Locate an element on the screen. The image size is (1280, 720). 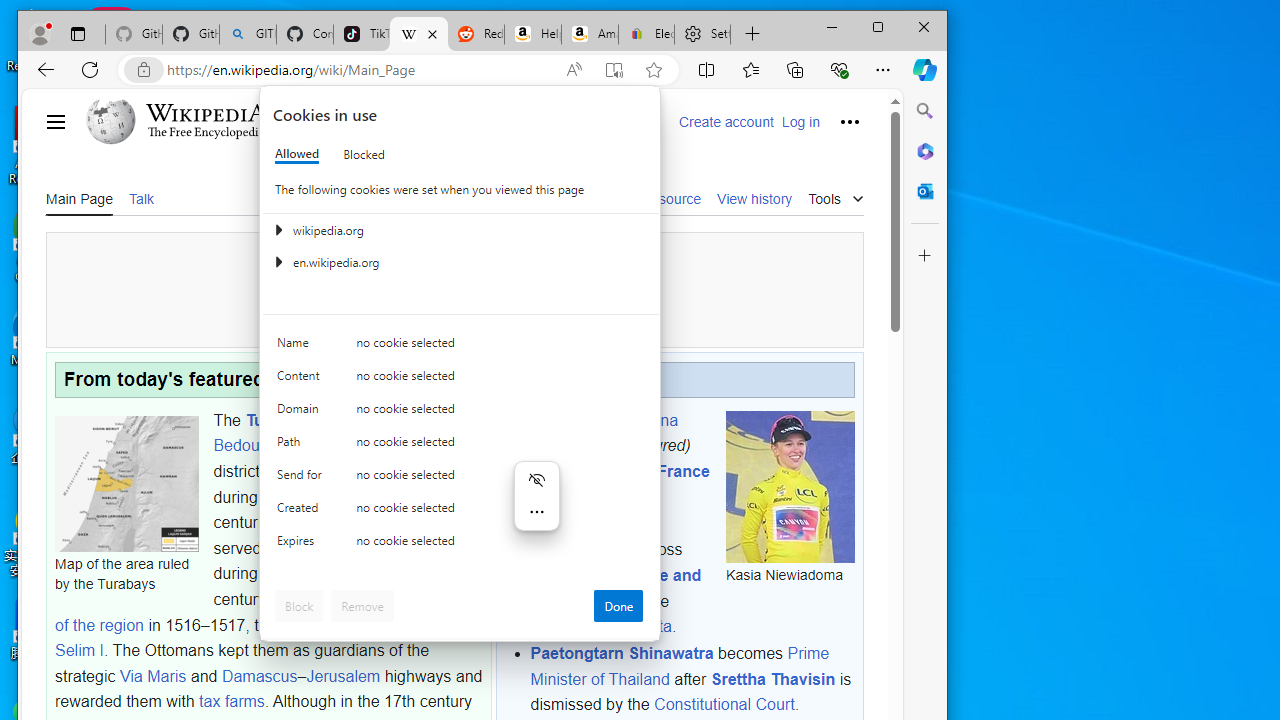
'Block' is located at coordinates (298, 604).